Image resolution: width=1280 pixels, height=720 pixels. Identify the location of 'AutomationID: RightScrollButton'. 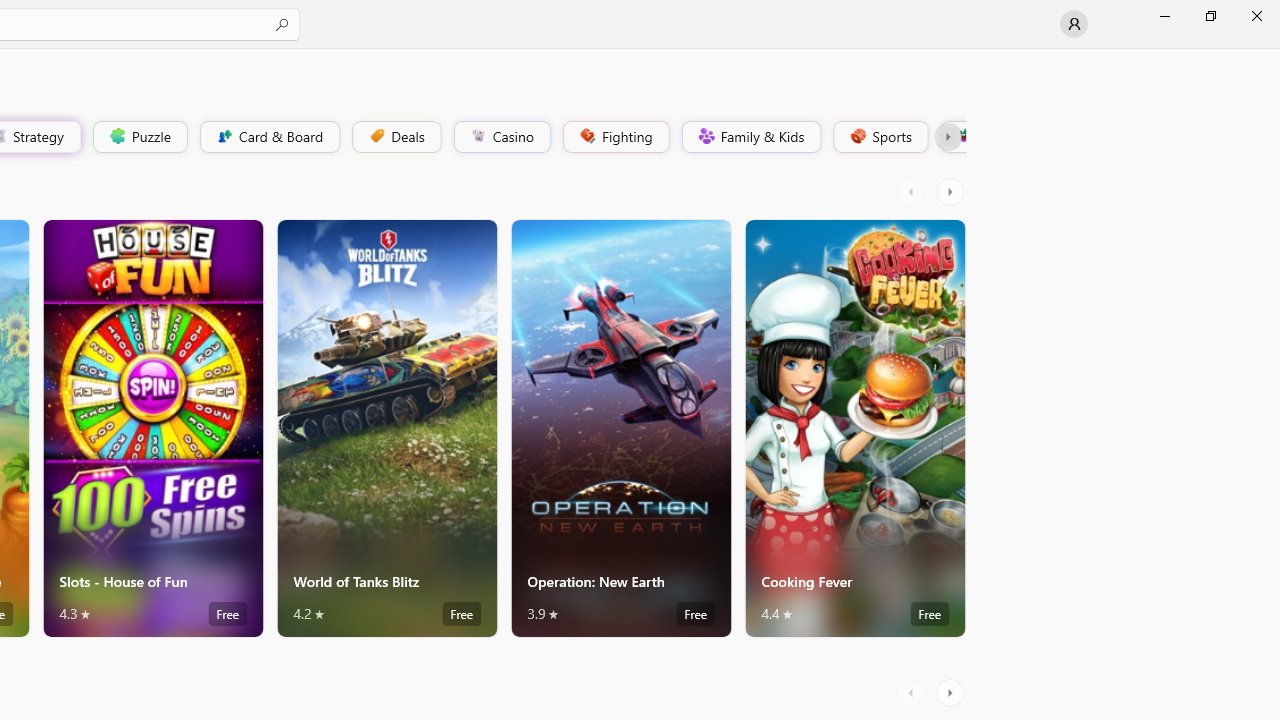
(951, 692).